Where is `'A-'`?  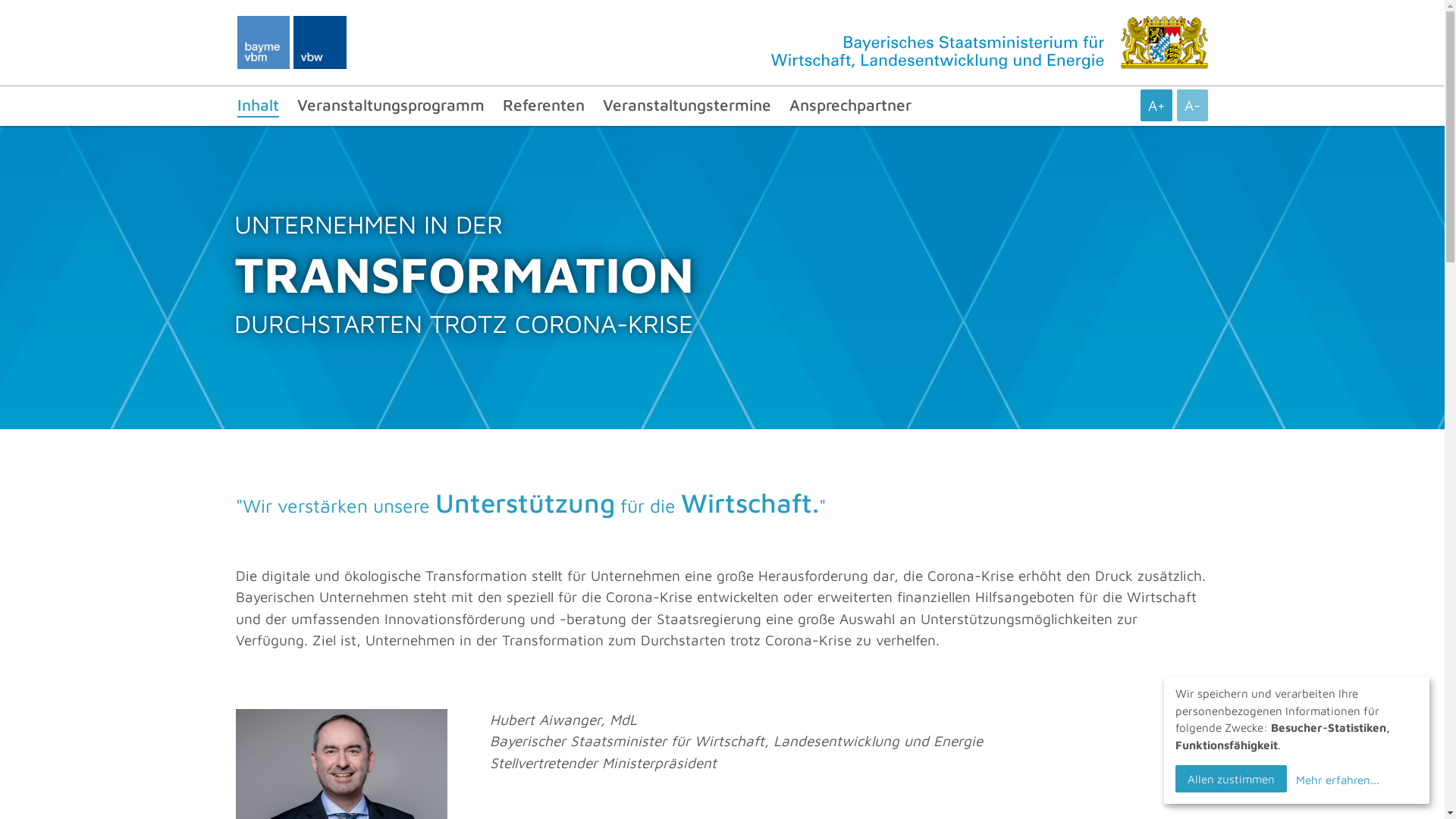
'A-' is located at coordinates (1191, 104).